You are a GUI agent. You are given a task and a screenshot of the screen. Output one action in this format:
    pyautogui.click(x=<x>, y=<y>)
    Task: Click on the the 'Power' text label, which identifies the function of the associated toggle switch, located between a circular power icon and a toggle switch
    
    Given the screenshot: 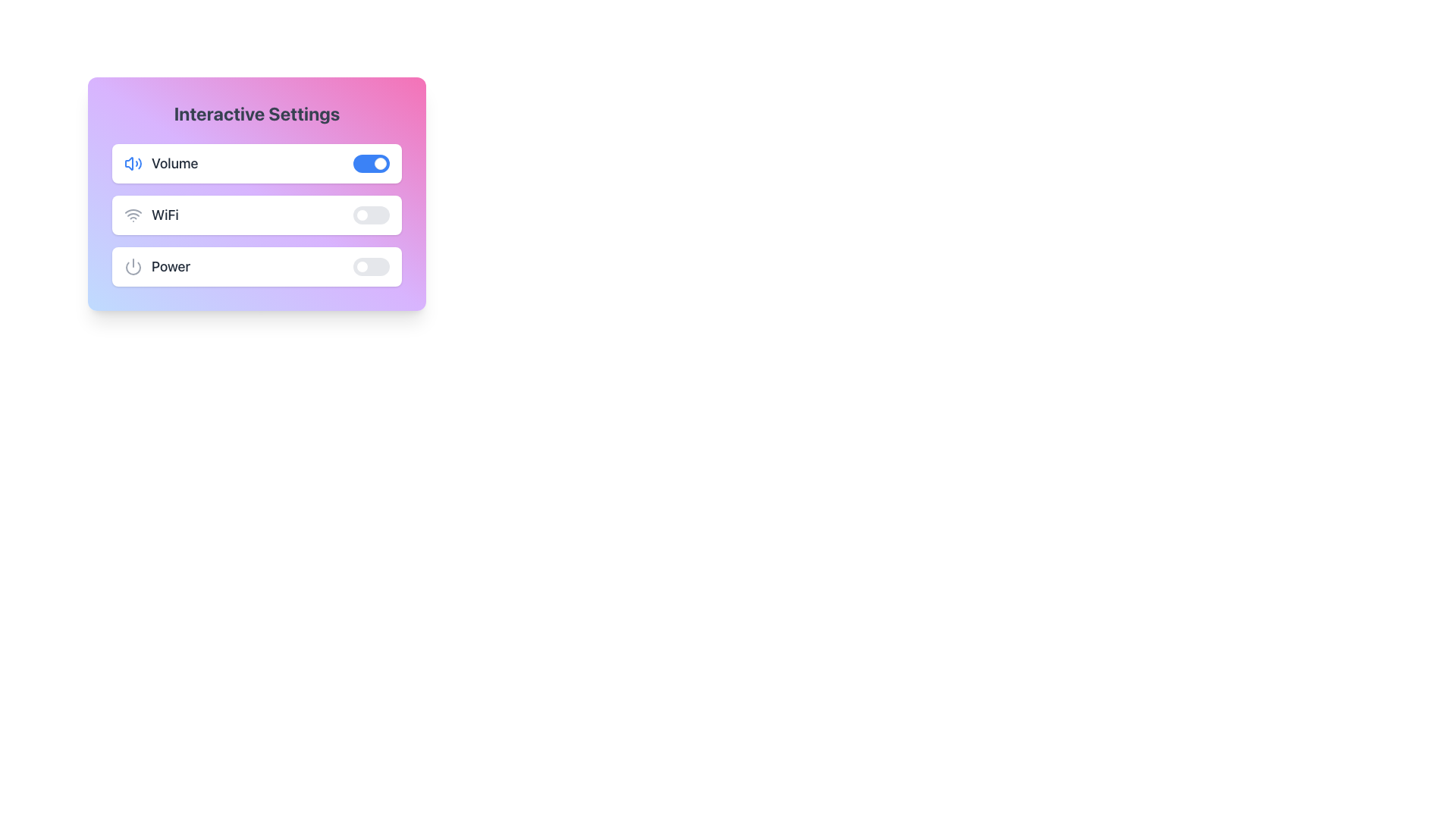 What is the action you would take?
    pyautogui.click(x=171, y=265)
    